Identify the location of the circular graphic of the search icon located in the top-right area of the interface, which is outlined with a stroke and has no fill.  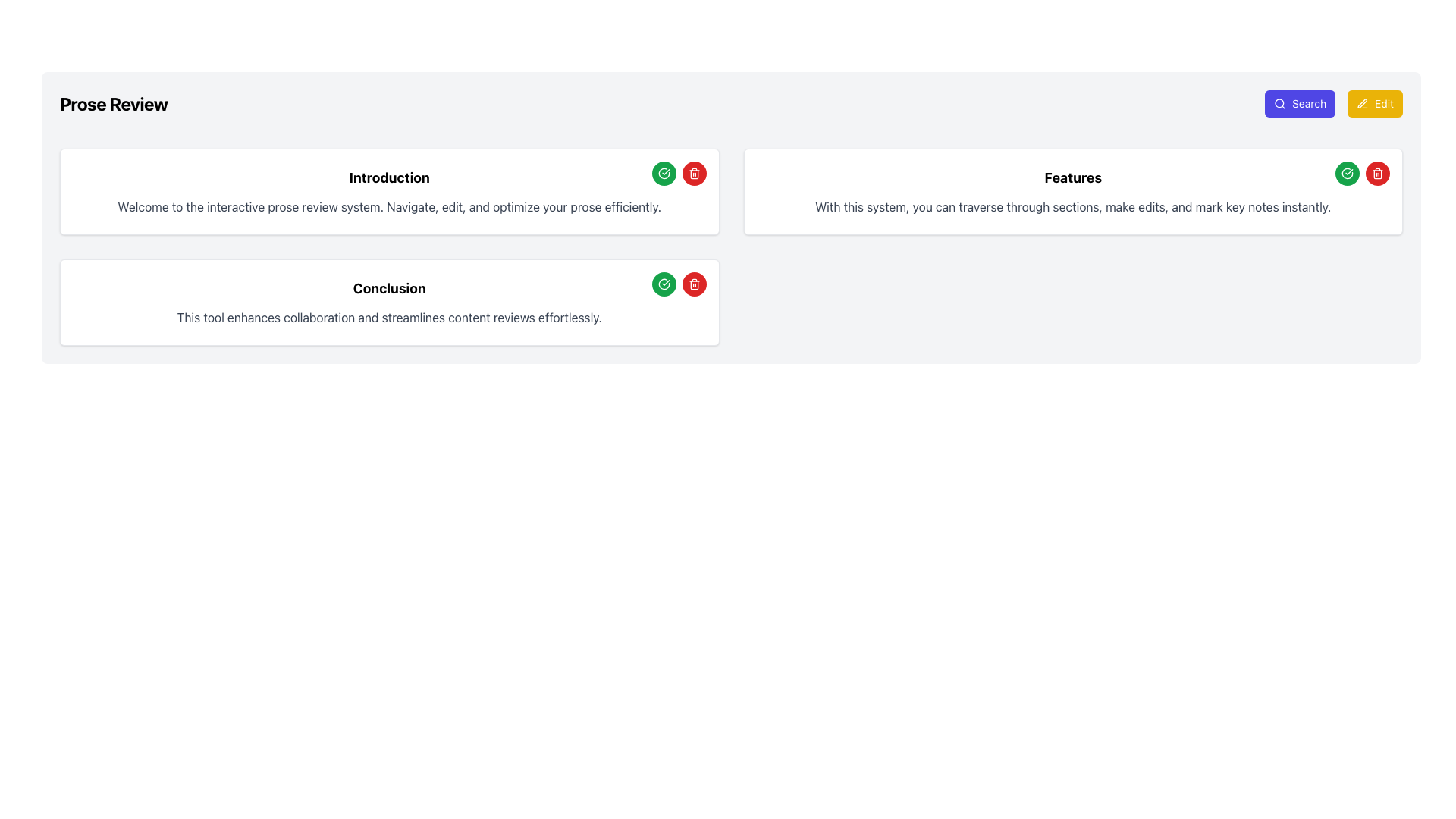
(1279, 102).